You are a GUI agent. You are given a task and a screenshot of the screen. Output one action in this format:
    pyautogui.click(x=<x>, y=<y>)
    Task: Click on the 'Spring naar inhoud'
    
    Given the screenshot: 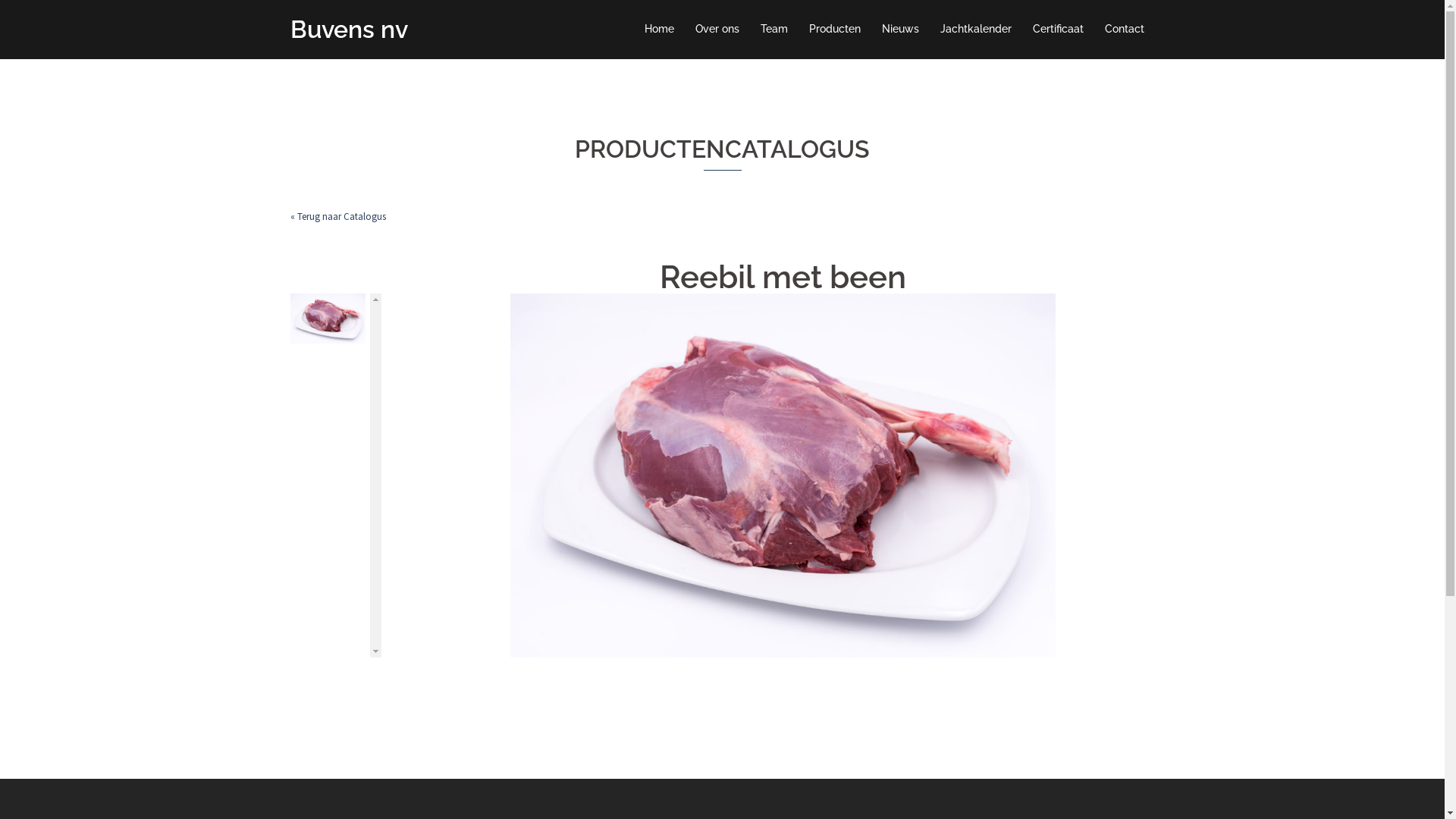 What is the action you would take?
    pyautogui.click(x=0, y=0)
    